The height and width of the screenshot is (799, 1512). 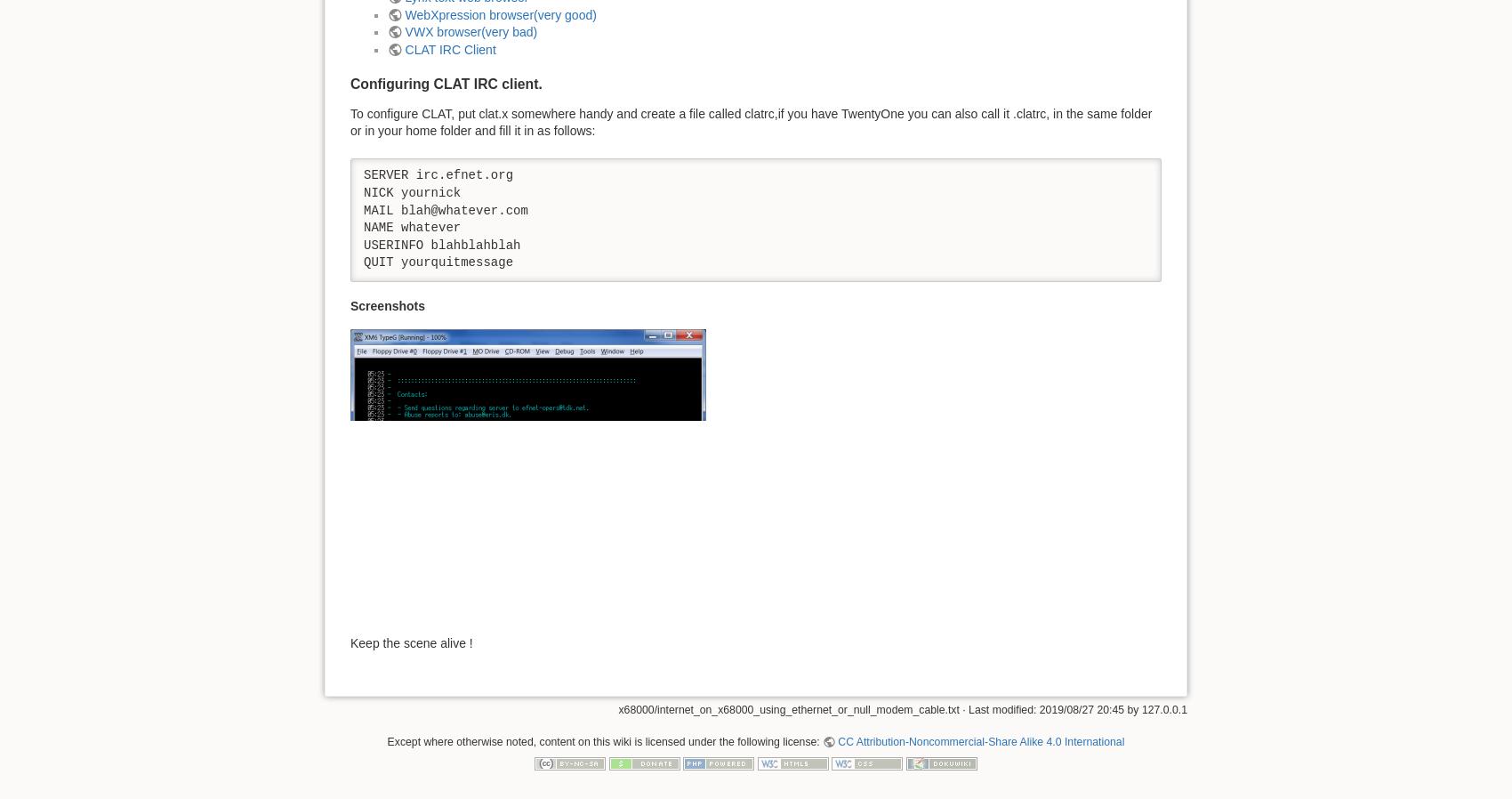 What do you see at coordinates (980, 741) in the screenshot?
I see `'CC Attribution-Noncommercial-Share Alike 4.0 International'` at bounding box center [980, 741].